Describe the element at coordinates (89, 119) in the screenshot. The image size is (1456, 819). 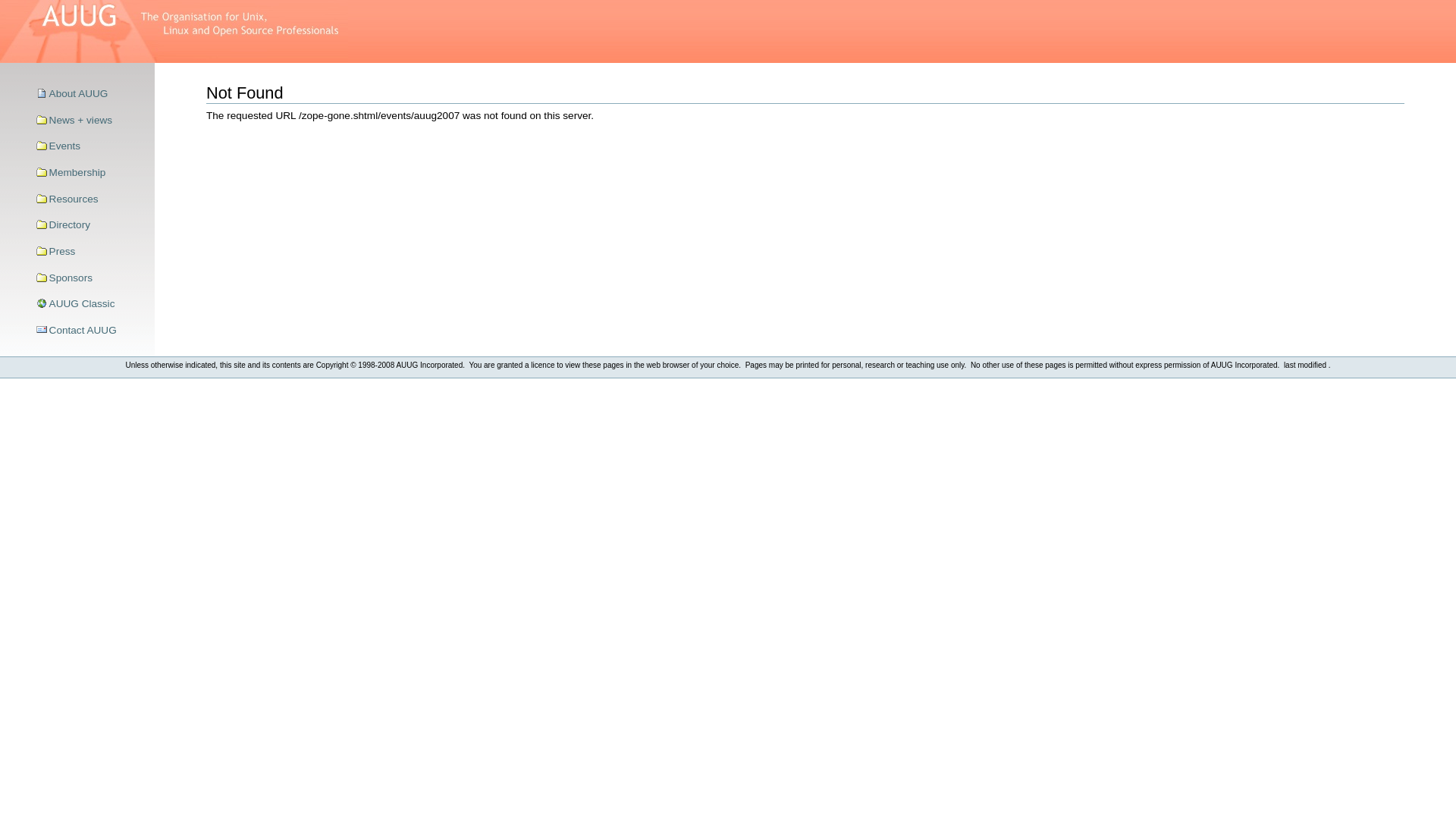
I see `'News + views'` at that location.